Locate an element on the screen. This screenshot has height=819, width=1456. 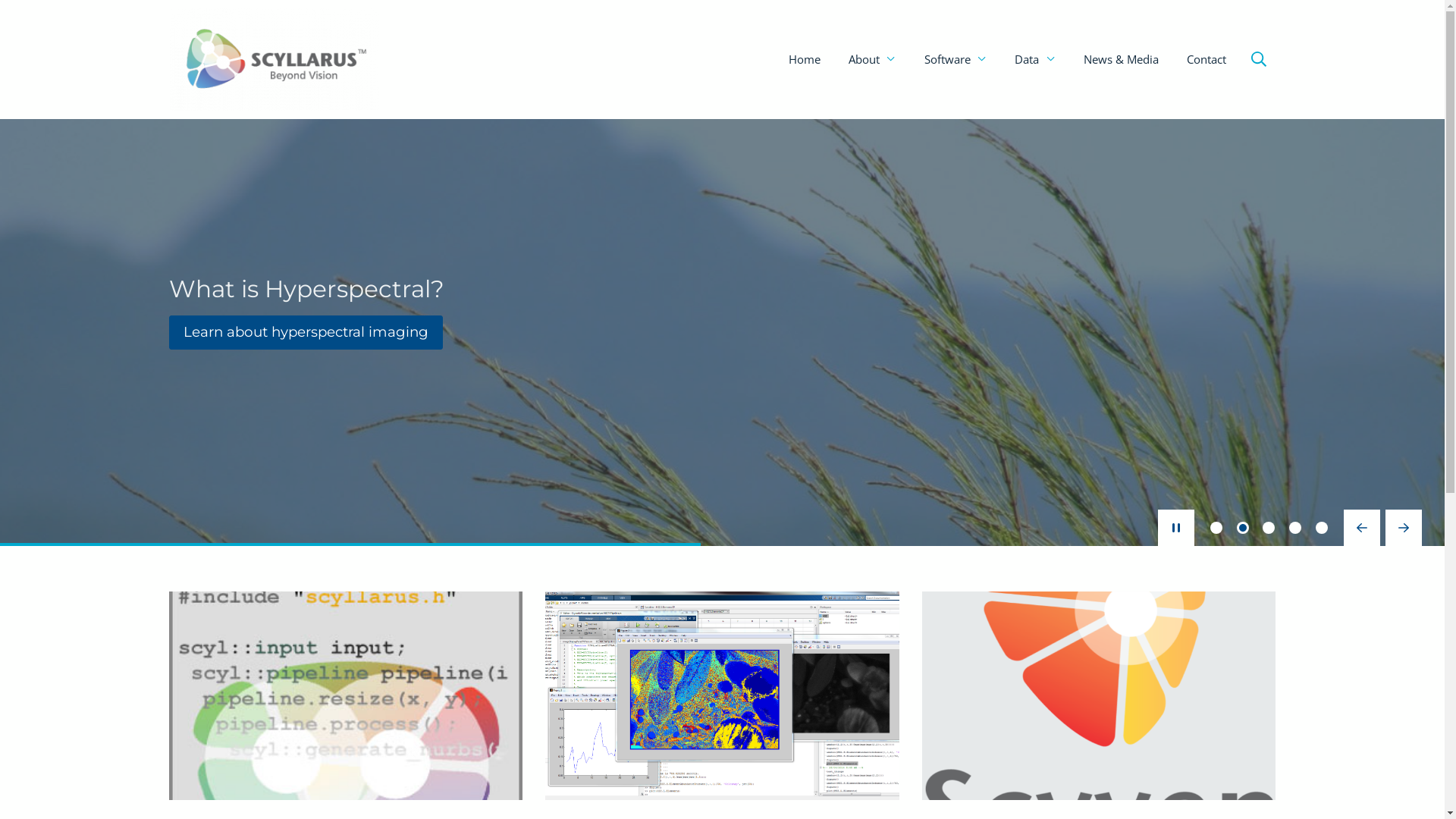
'Software' is located at coordinates (955, 58).